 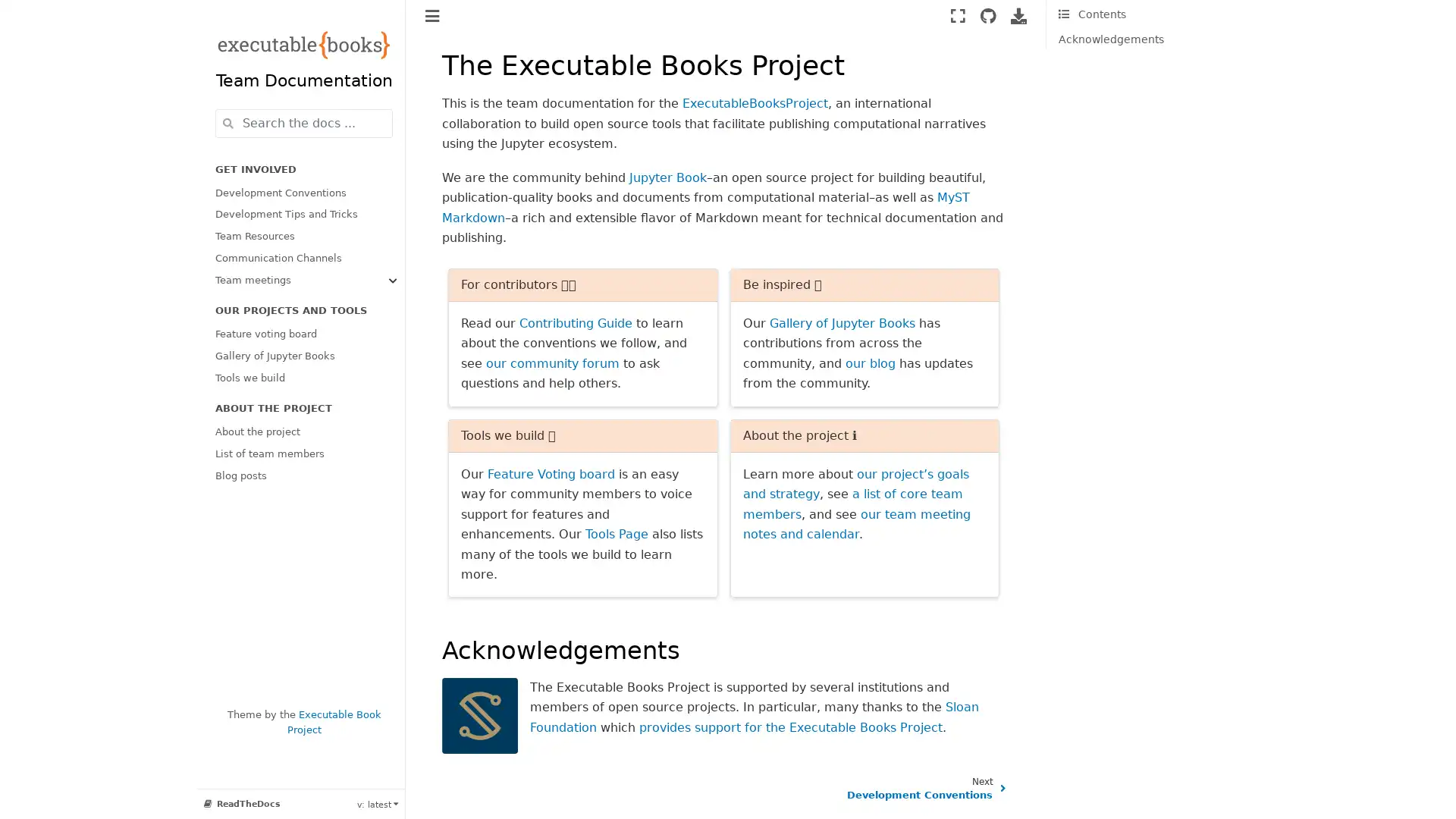 What do you see at coordinates (987, 15) in the screenshot?
I see `Source repositories` at bounding box center [987, 15].